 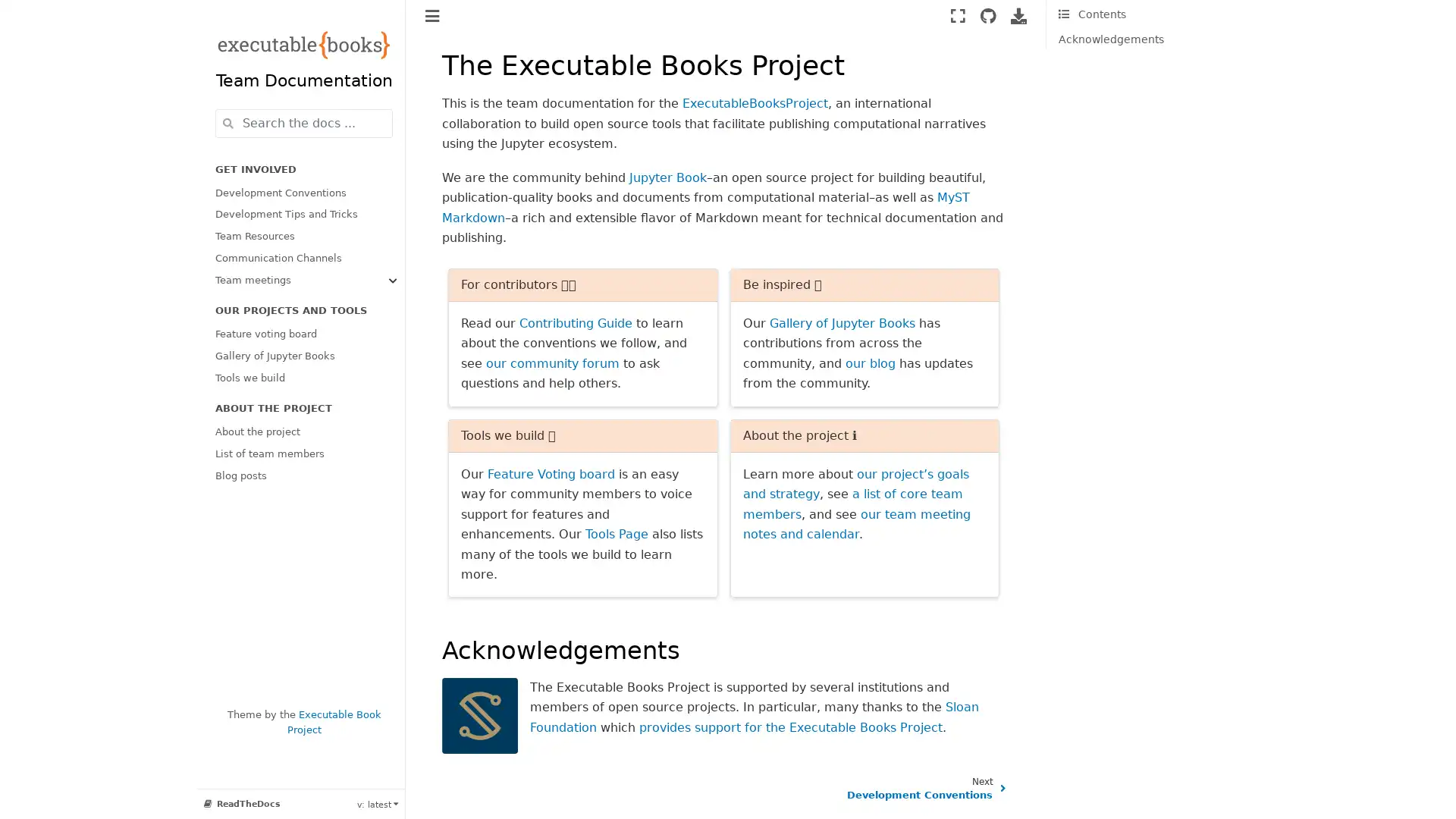 What do you see at coordinates (987, 15) in the screenshot?
I see `Source repositories` at bounding box center [987, 15].